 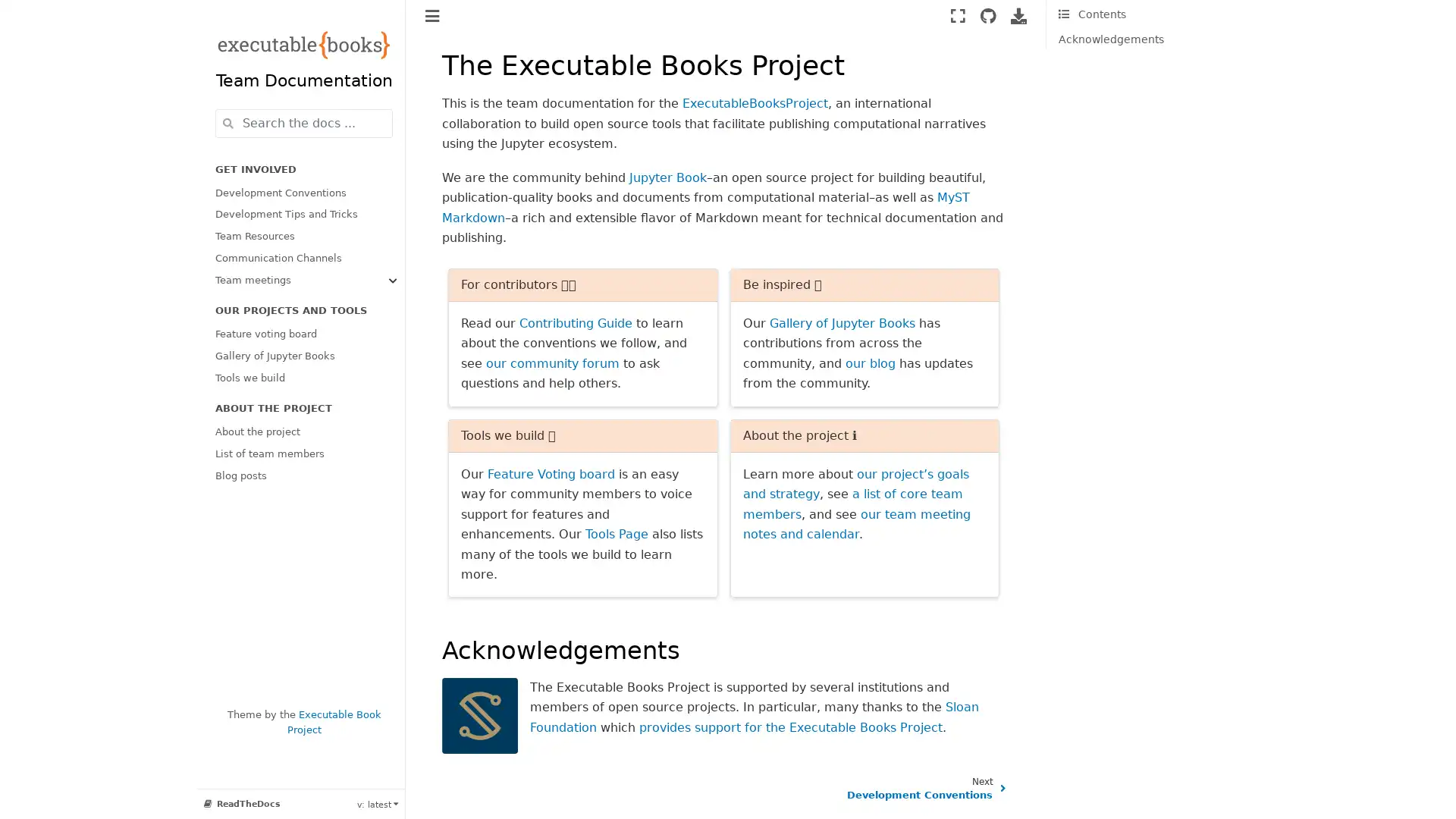 What do you see at coordinates (987, 15) in the screenshot?
I see `Source repositories` at bounding box center [987, 15].